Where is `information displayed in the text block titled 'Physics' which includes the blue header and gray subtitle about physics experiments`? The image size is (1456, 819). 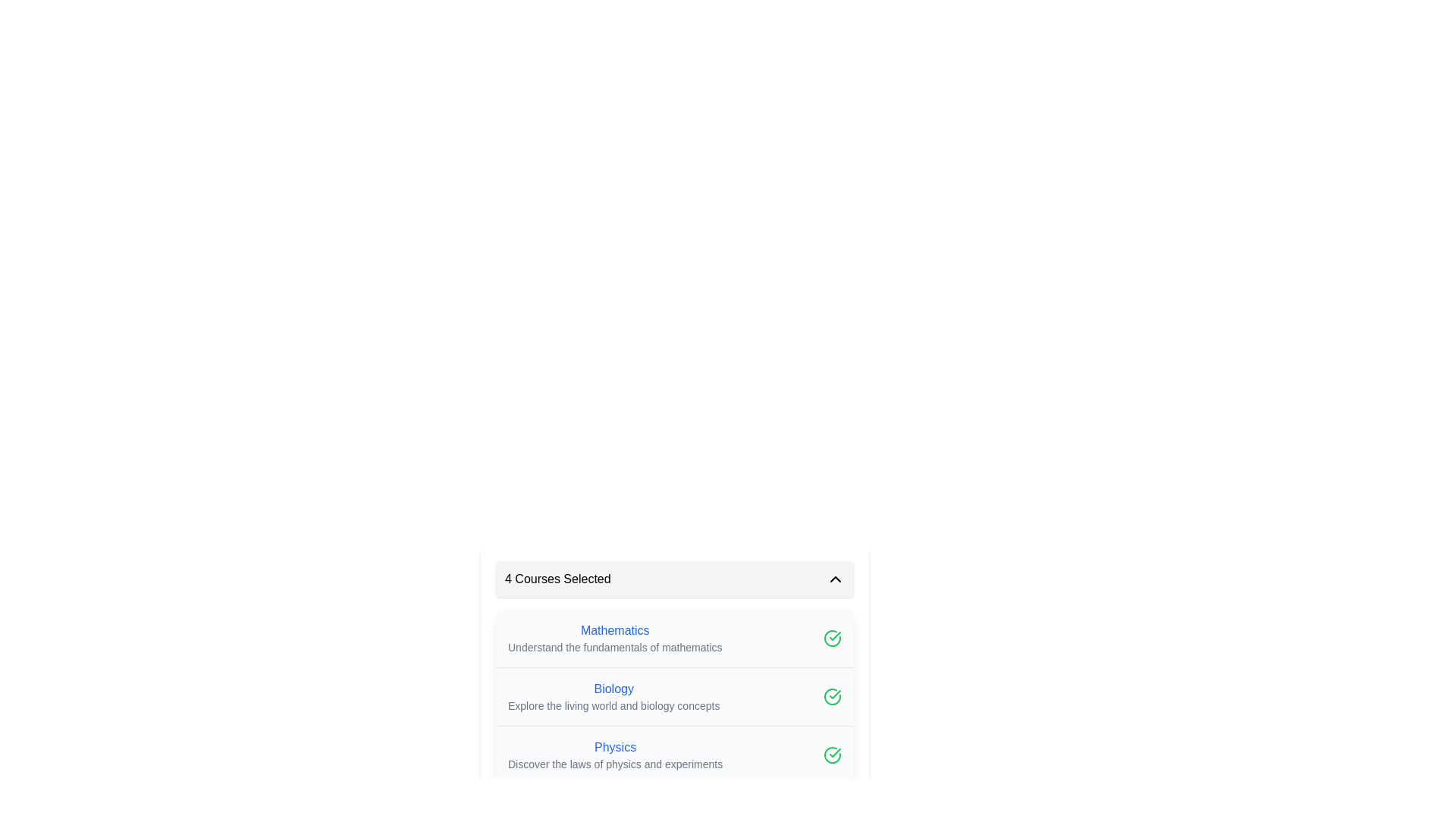
information displayed in the text block titled 'Physics' which includes the blue header and gray subtitle about physics experiments is located at coordinates (615, 755).